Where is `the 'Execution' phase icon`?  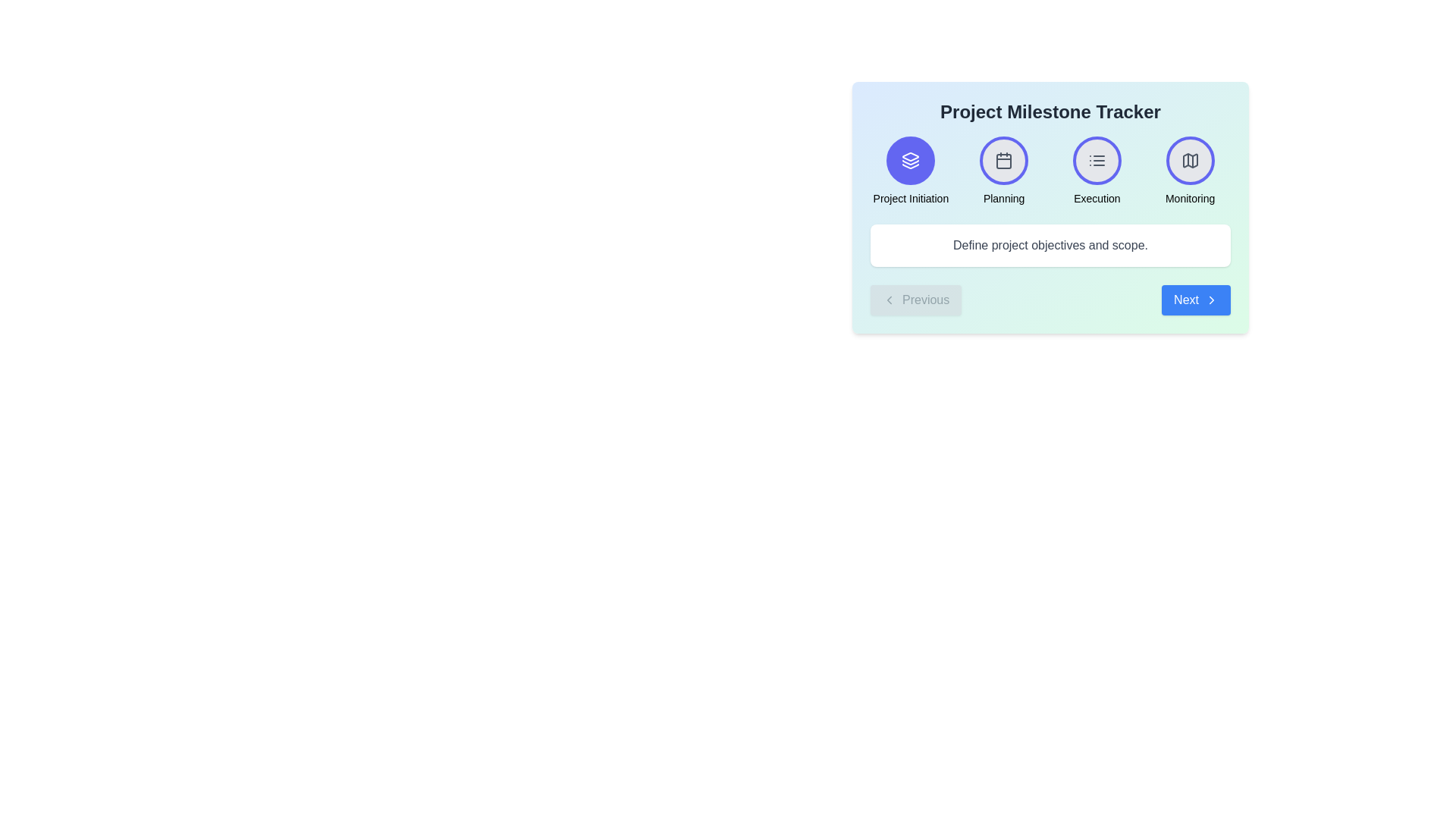
the 'Execution' phase icon is located at coordinates (1097, 161).